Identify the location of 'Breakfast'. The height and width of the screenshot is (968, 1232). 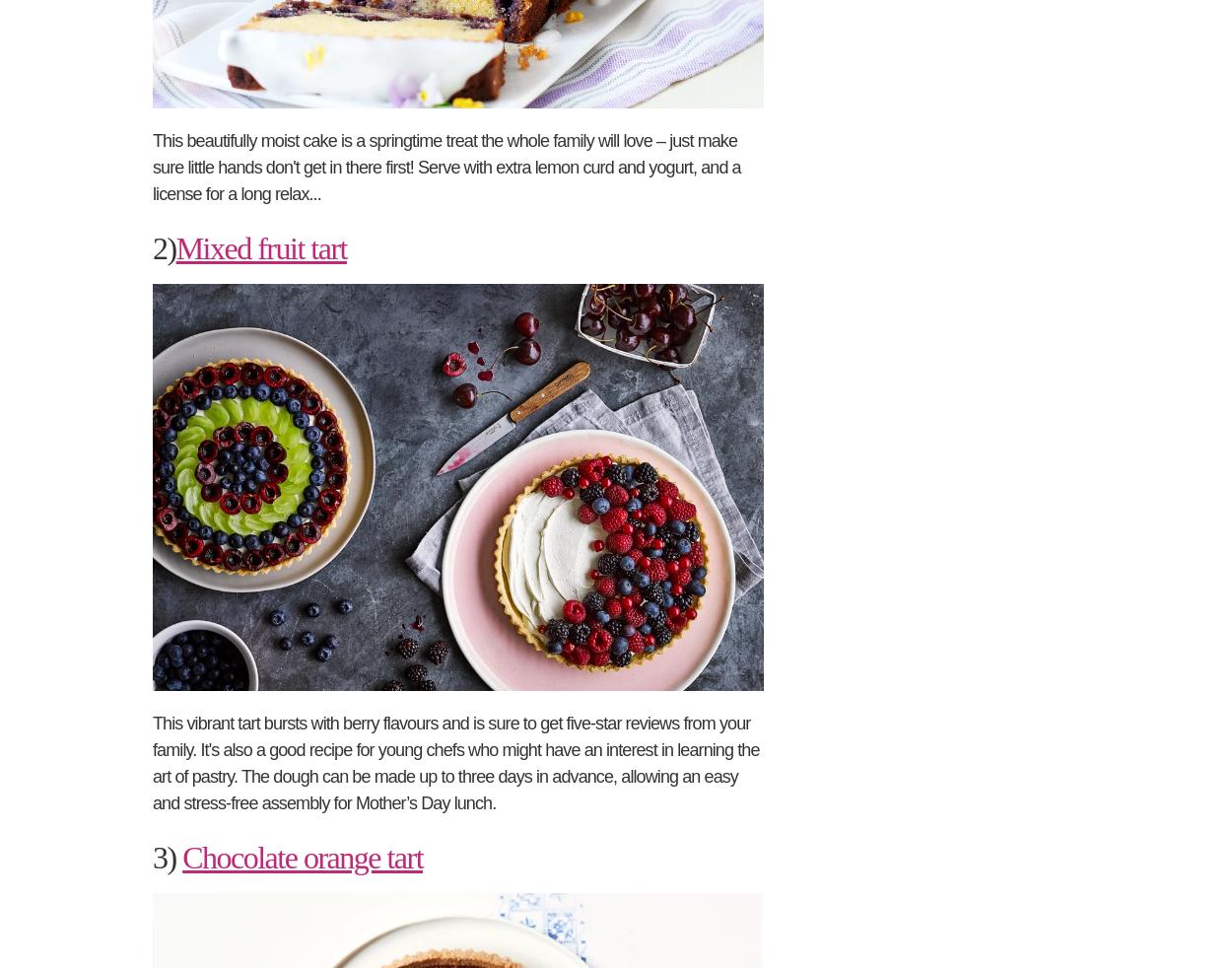
(180, 311).